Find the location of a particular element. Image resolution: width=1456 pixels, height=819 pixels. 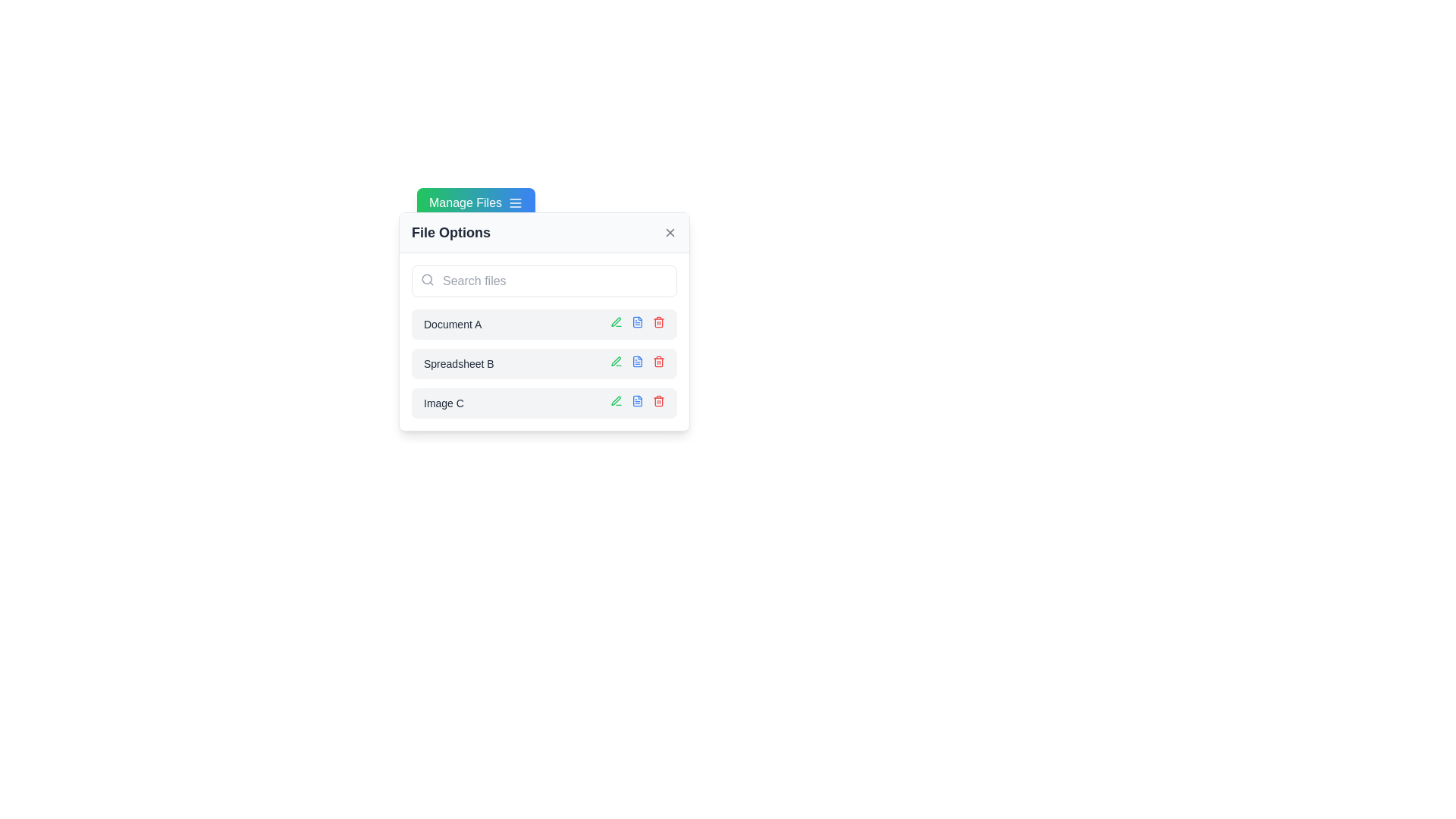

the blue icon button in the middle of the three horizontally aligned icons is located at coordinates (637, 321).